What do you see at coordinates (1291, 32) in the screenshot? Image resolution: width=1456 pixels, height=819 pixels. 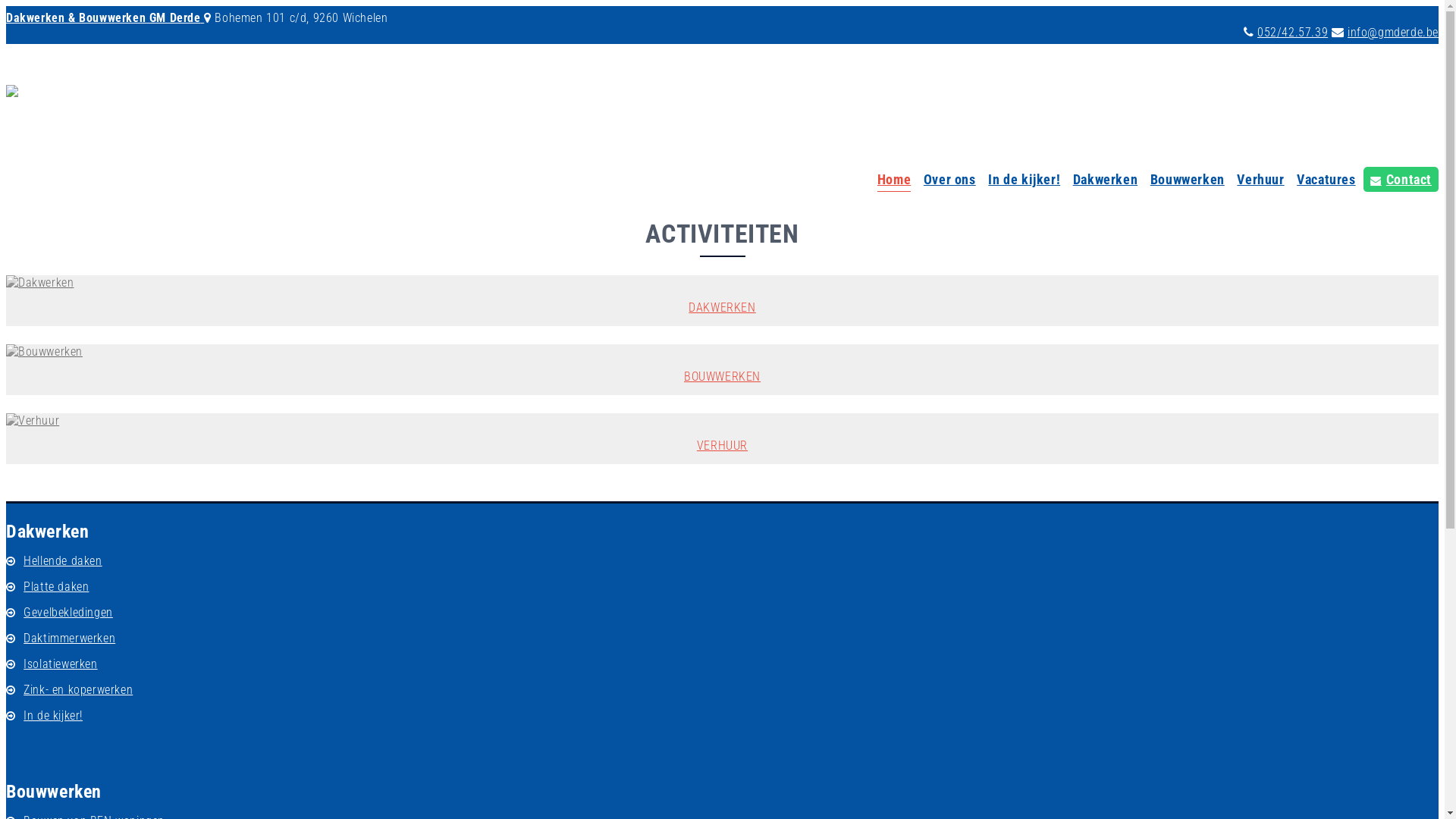 I see `'052/42.57.39'` at bounding box center [1291, 32].